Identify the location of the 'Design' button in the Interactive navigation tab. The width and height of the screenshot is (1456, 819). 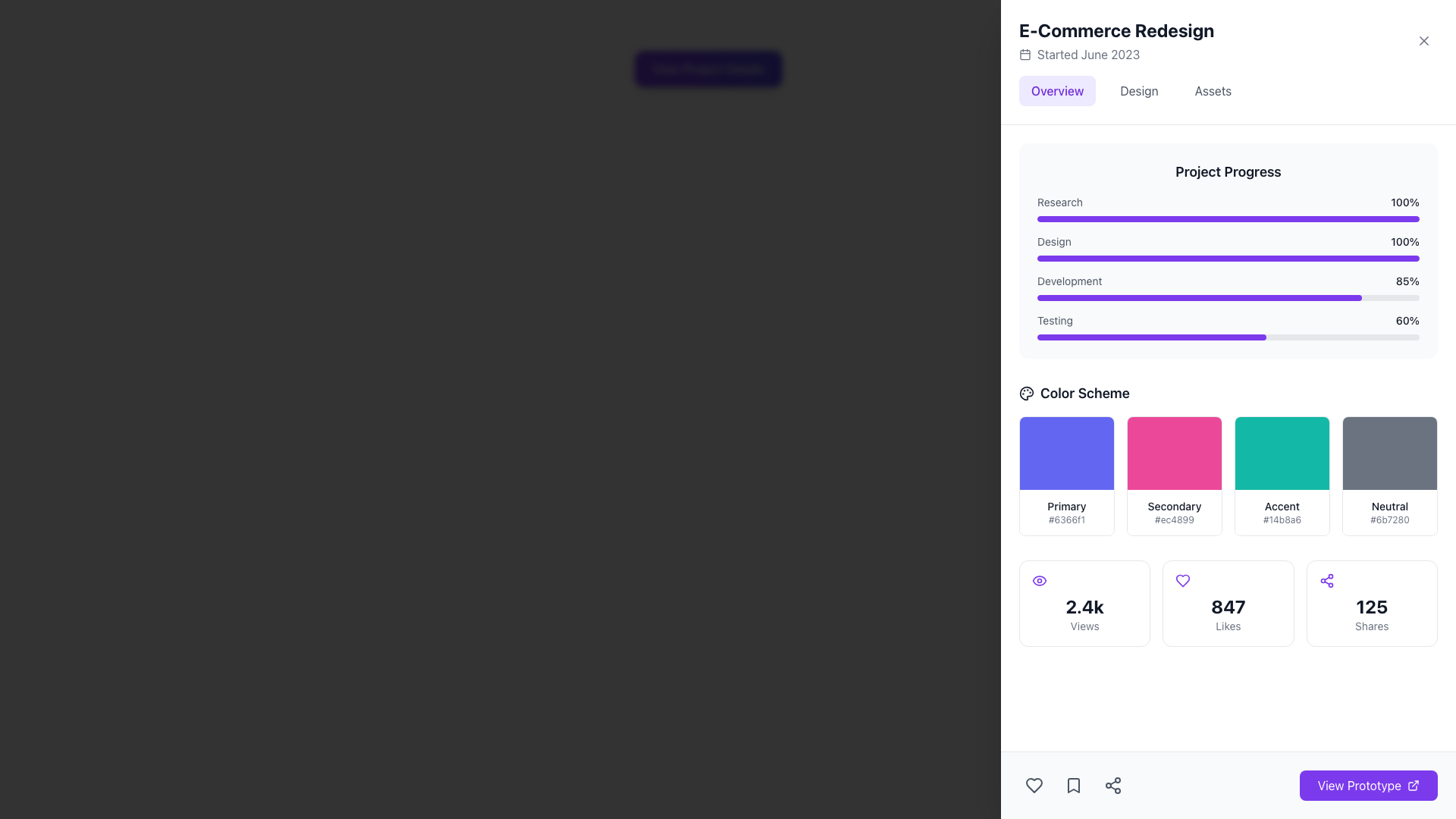
(1139, 90).